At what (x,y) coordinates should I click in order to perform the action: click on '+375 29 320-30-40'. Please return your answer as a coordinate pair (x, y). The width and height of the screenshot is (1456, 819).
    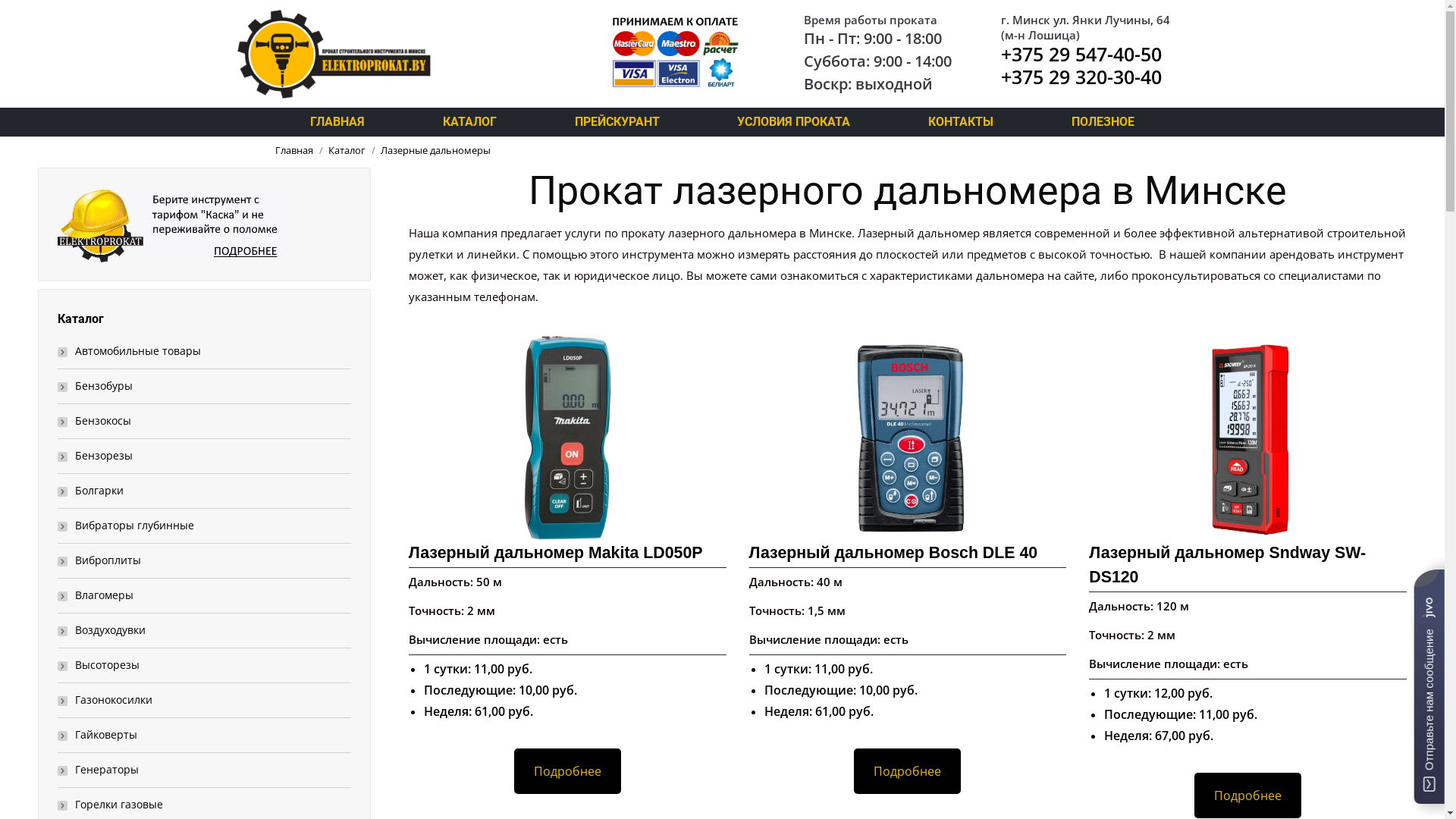
    Looking at the image, I should click on (1001, 76).